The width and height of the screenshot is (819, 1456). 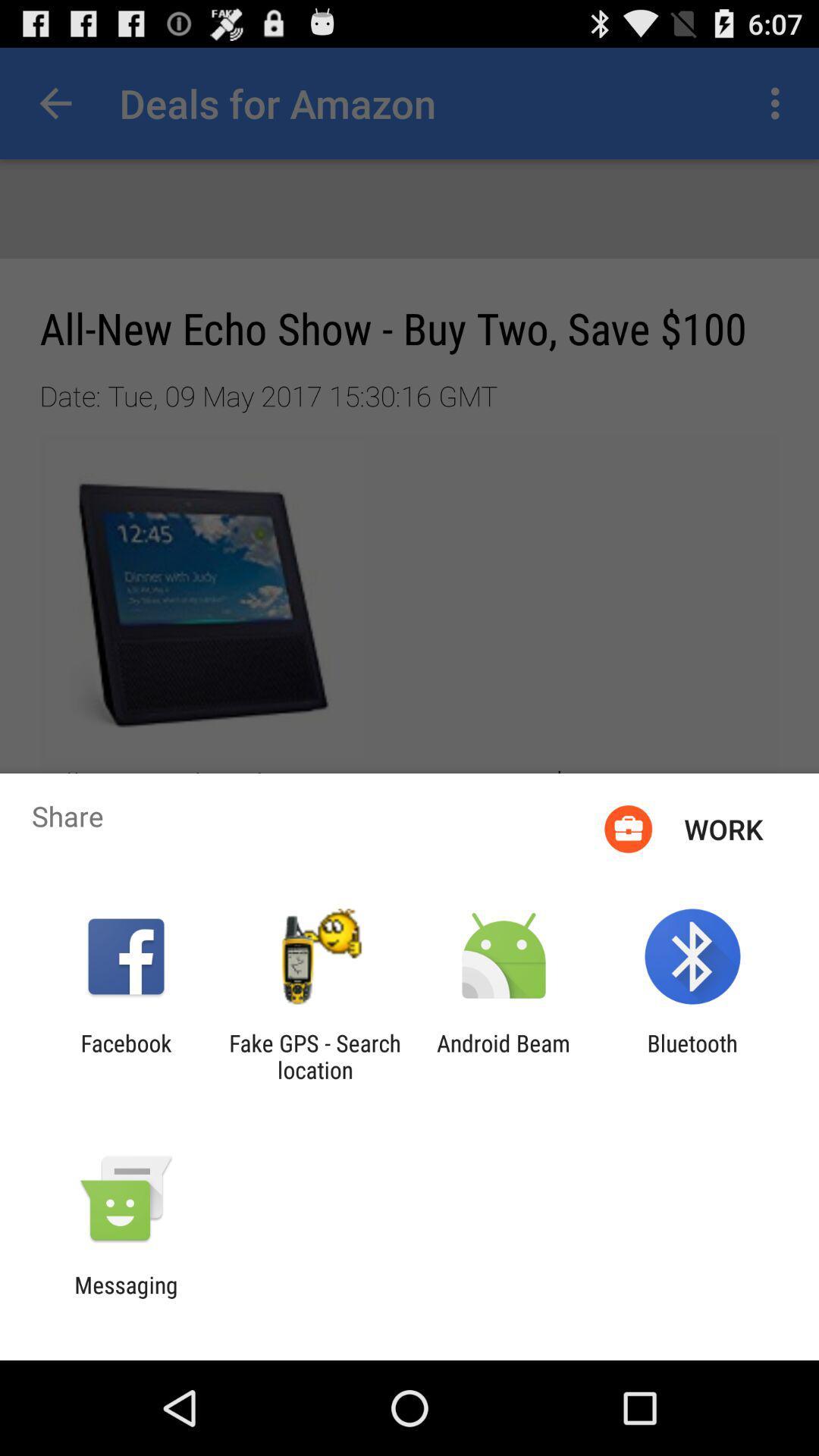 I want to click on facebook icon, so click(x=125, y=1056).